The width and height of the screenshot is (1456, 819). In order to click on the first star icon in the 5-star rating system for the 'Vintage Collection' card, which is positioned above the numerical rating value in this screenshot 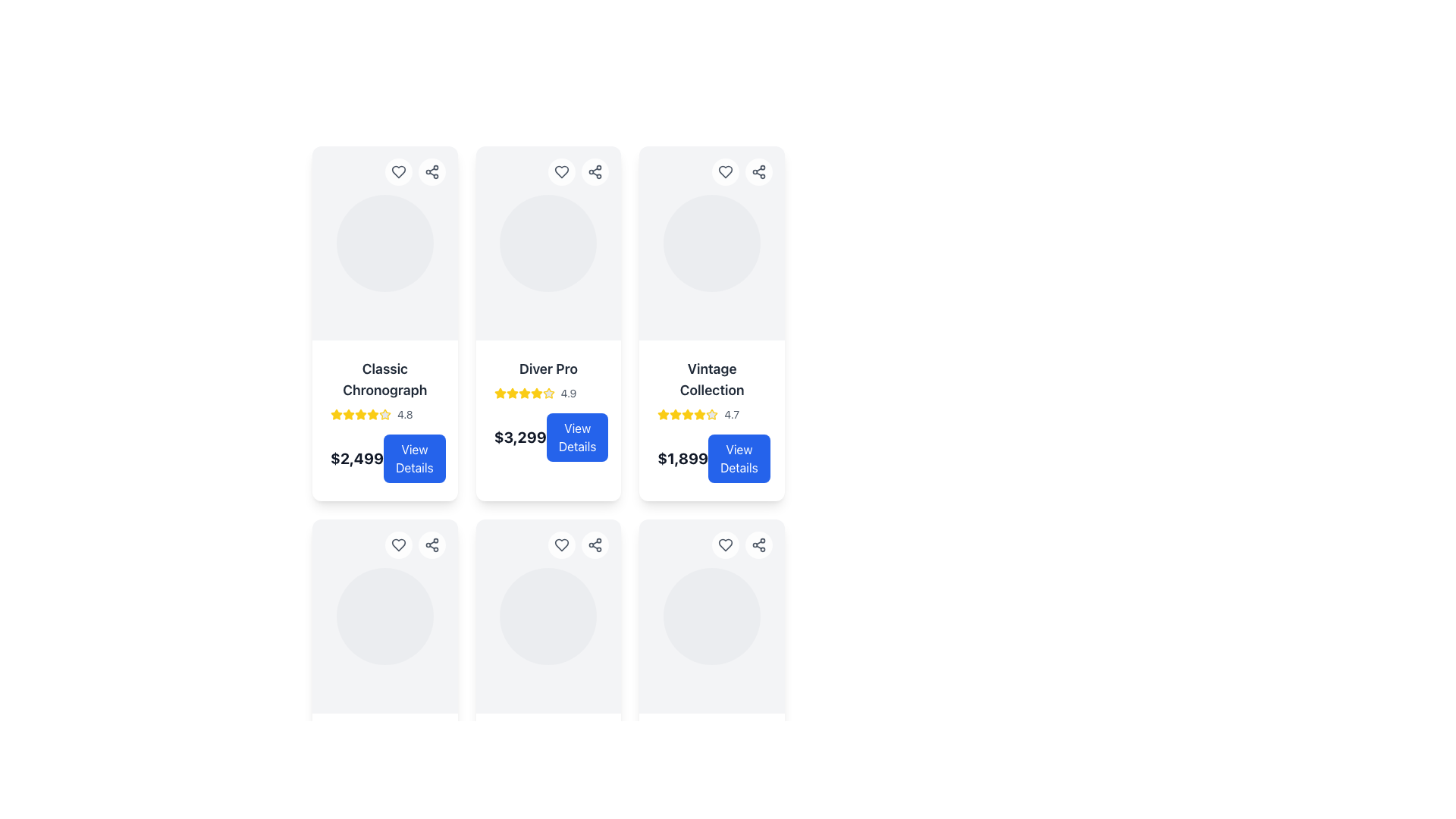, I will do `click(664, 415)`.